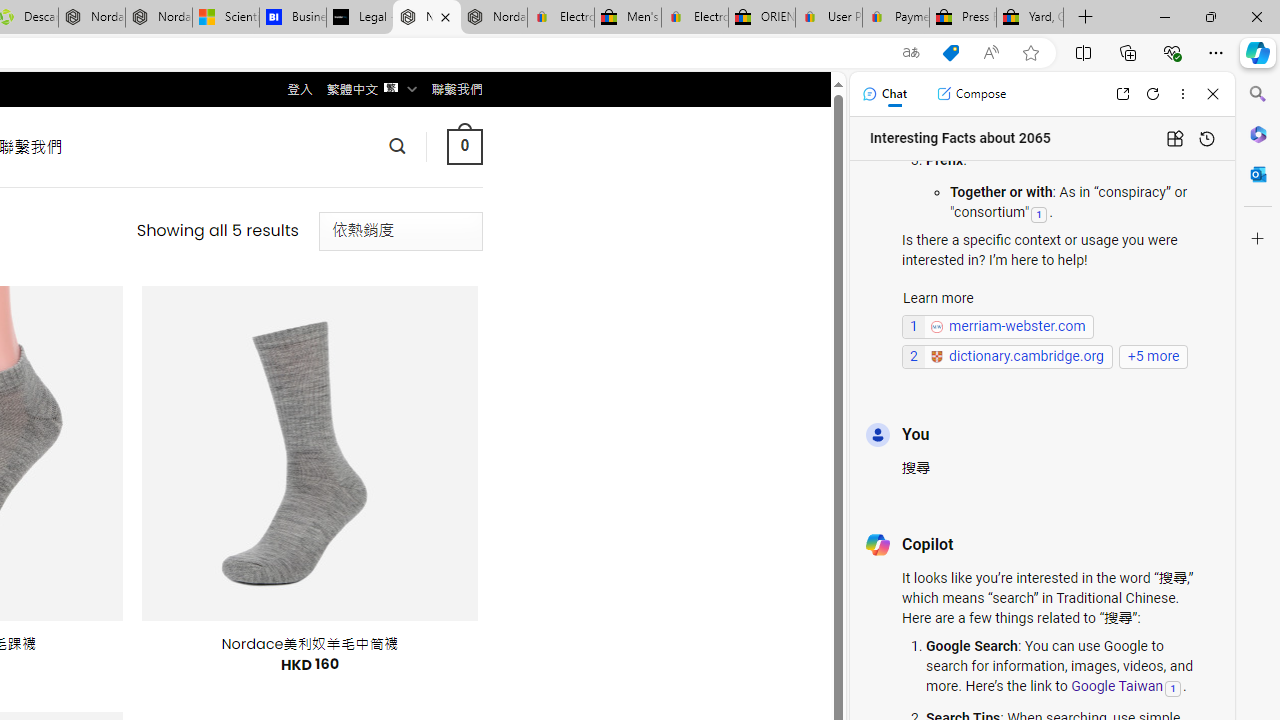 The height and width of the screenshot is (720, 1280). I want to click on 'Nordace - Summer Adventures 2024', so click(91, 17).